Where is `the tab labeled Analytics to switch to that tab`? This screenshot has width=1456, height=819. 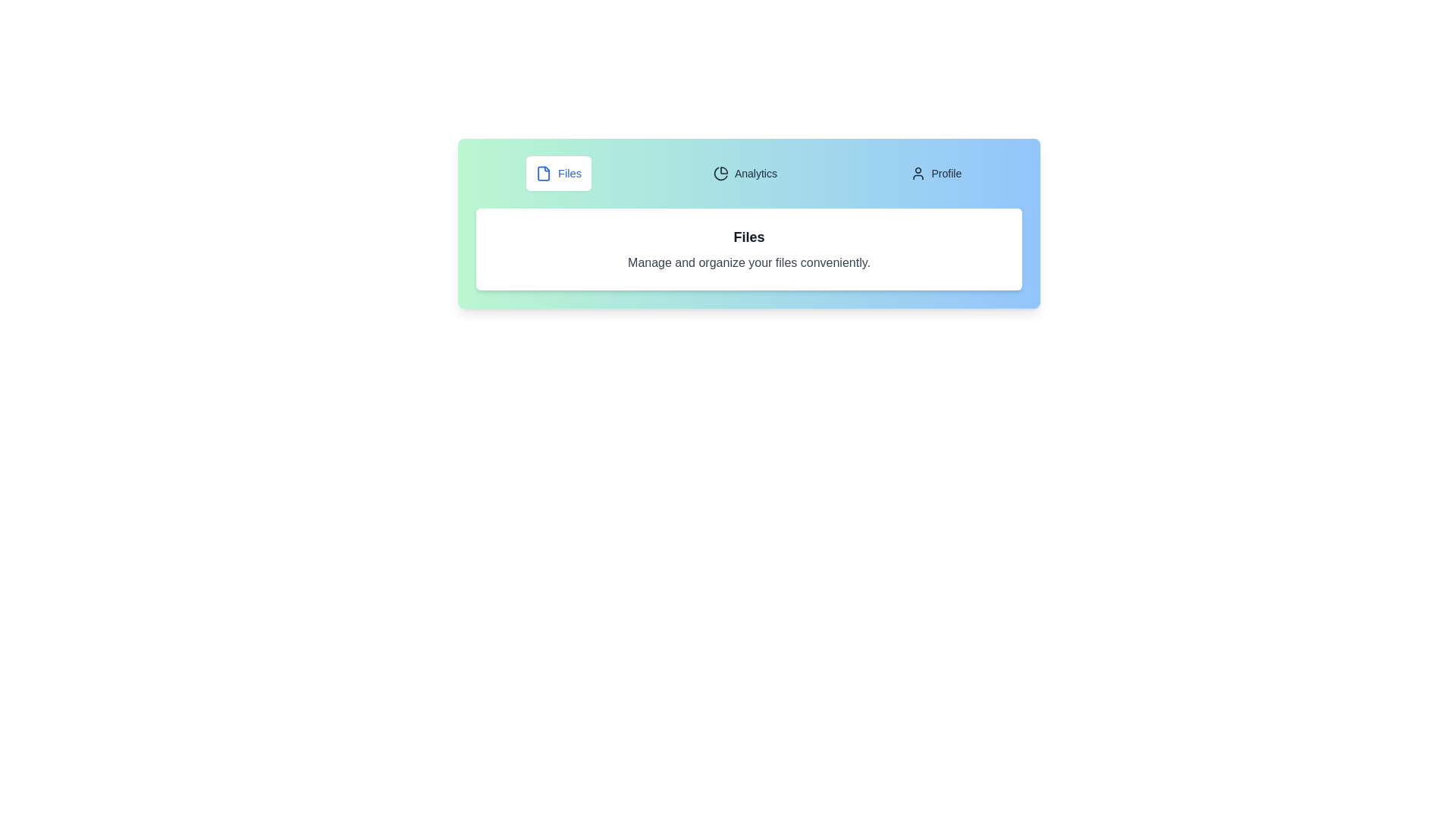
the tab labeled Analytics to switch to that tab is located at coordinates (745, 172).